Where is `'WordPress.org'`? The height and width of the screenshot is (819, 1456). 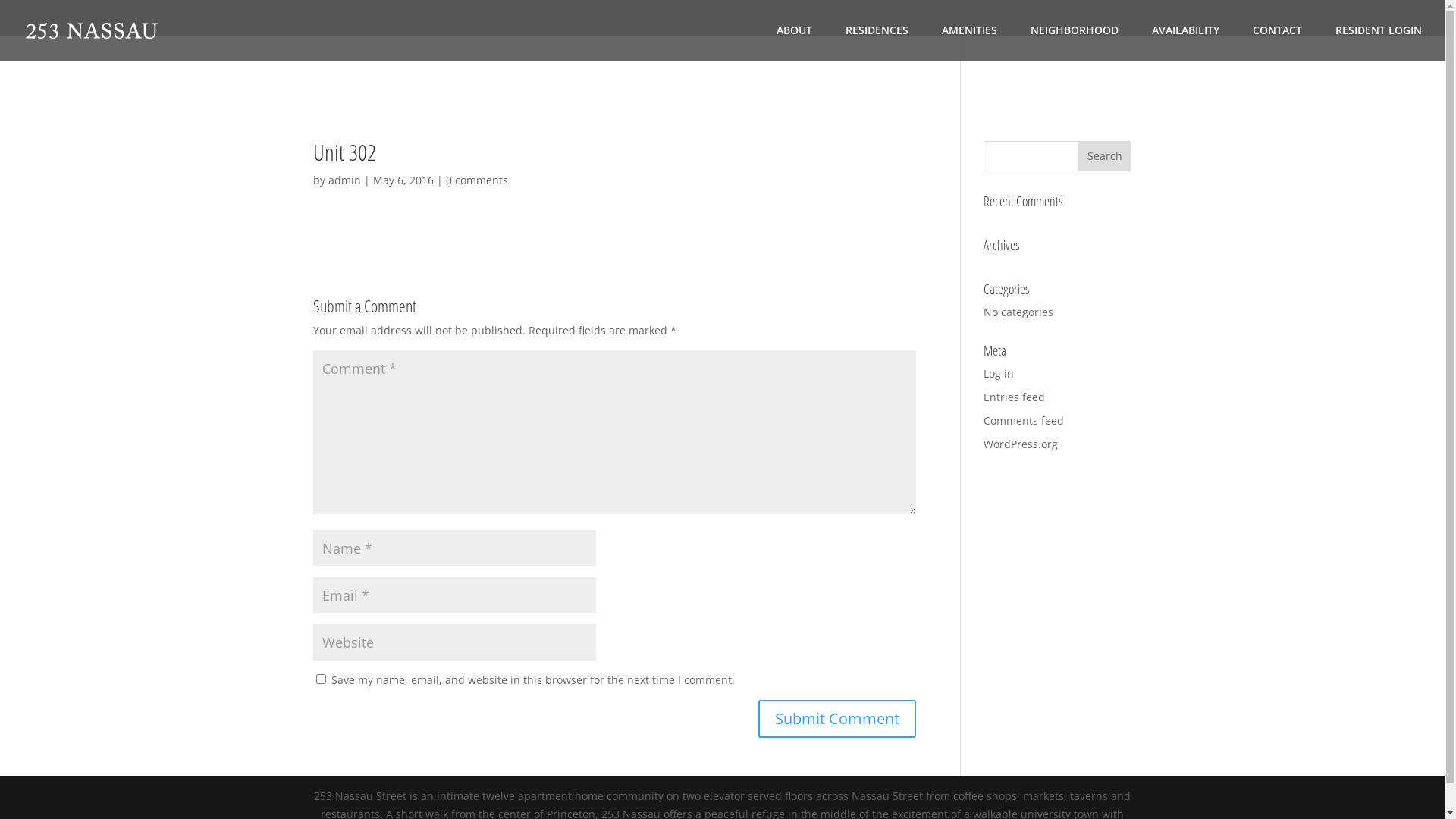
'WordPress.org' is located at coordinates (983, 444).